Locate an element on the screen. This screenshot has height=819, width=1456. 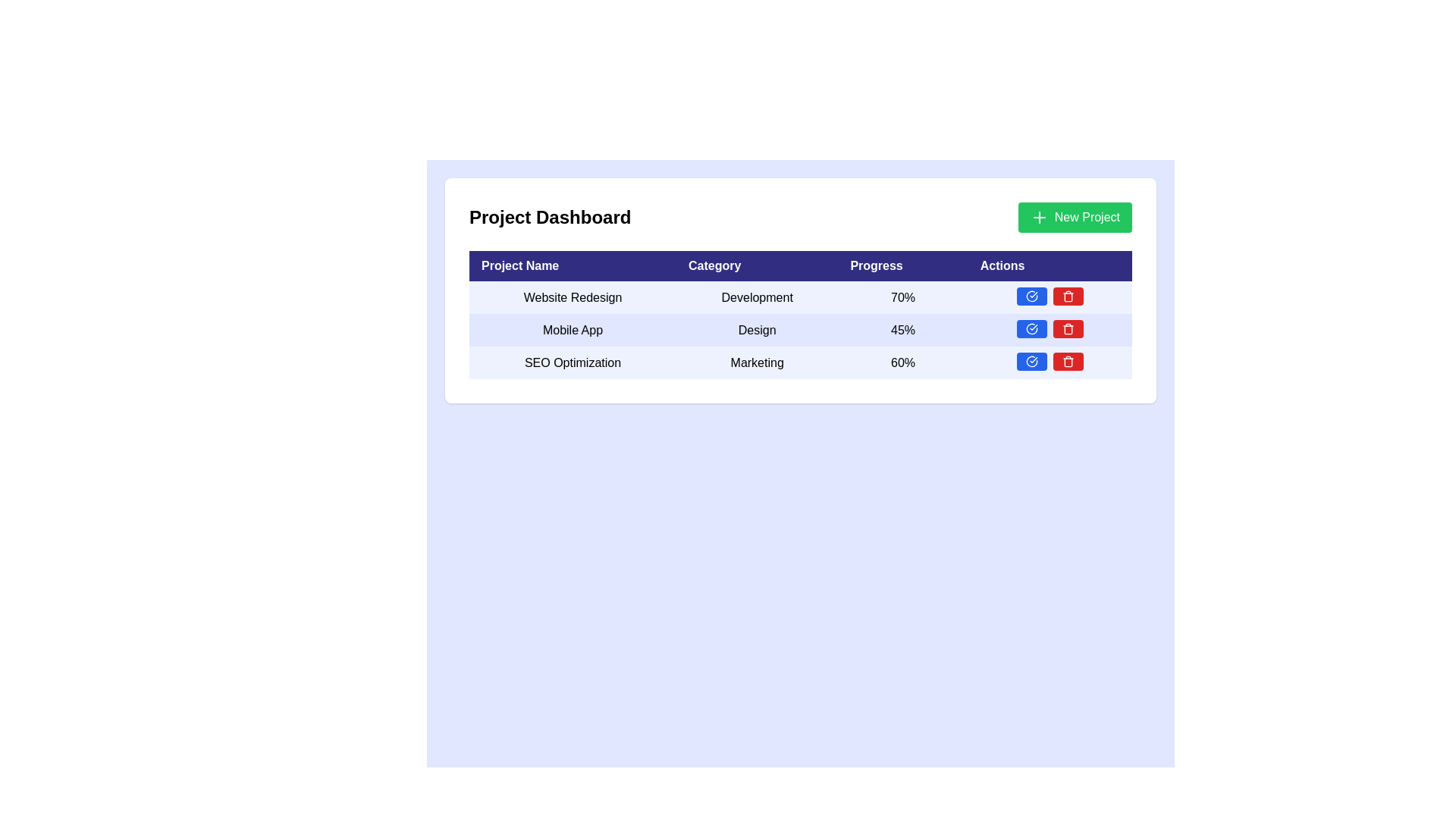
the delete button in the second row of the 'Actions' column for the 'Mobile App' project entry is located at coordinates (1067, 297).